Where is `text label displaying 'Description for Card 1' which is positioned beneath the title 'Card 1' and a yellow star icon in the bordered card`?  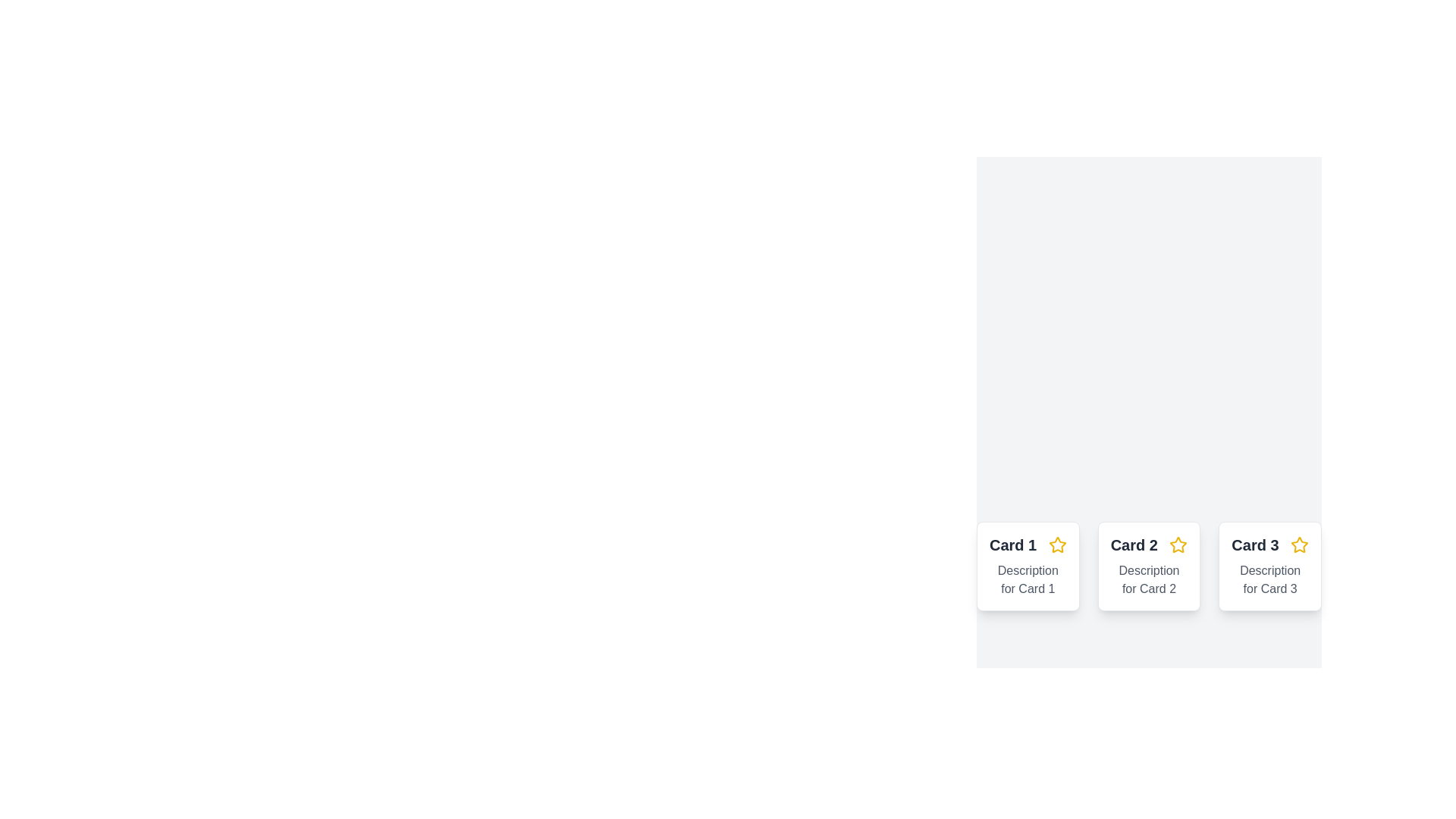 text label displaying 'Description for Card 1' which is positioned beneath the title 'Card 1' and a yellow star icon in the bordered card is located at coordinates (1028, 579).